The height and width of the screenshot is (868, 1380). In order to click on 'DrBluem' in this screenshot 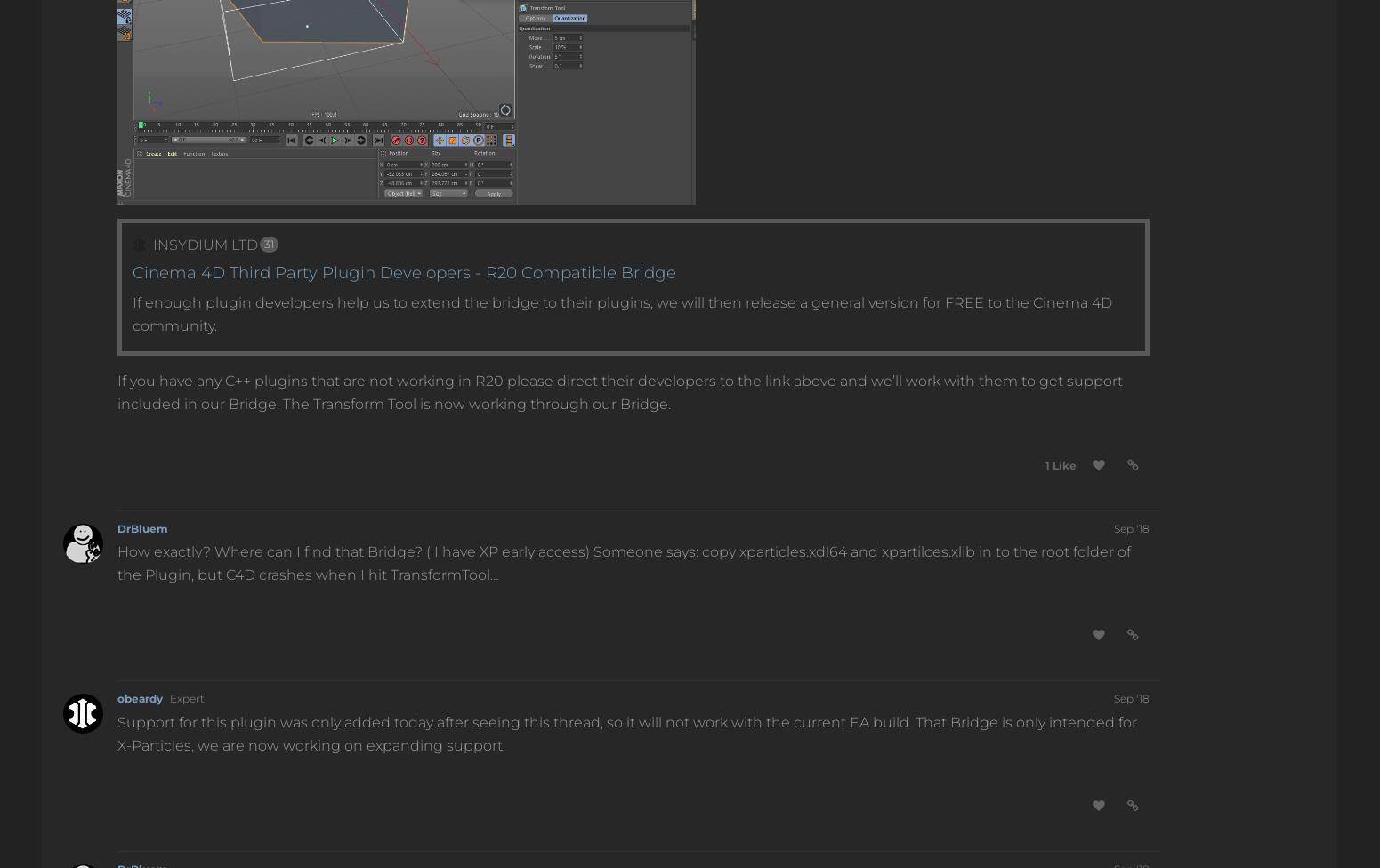, I will do `click(141, 527)`.